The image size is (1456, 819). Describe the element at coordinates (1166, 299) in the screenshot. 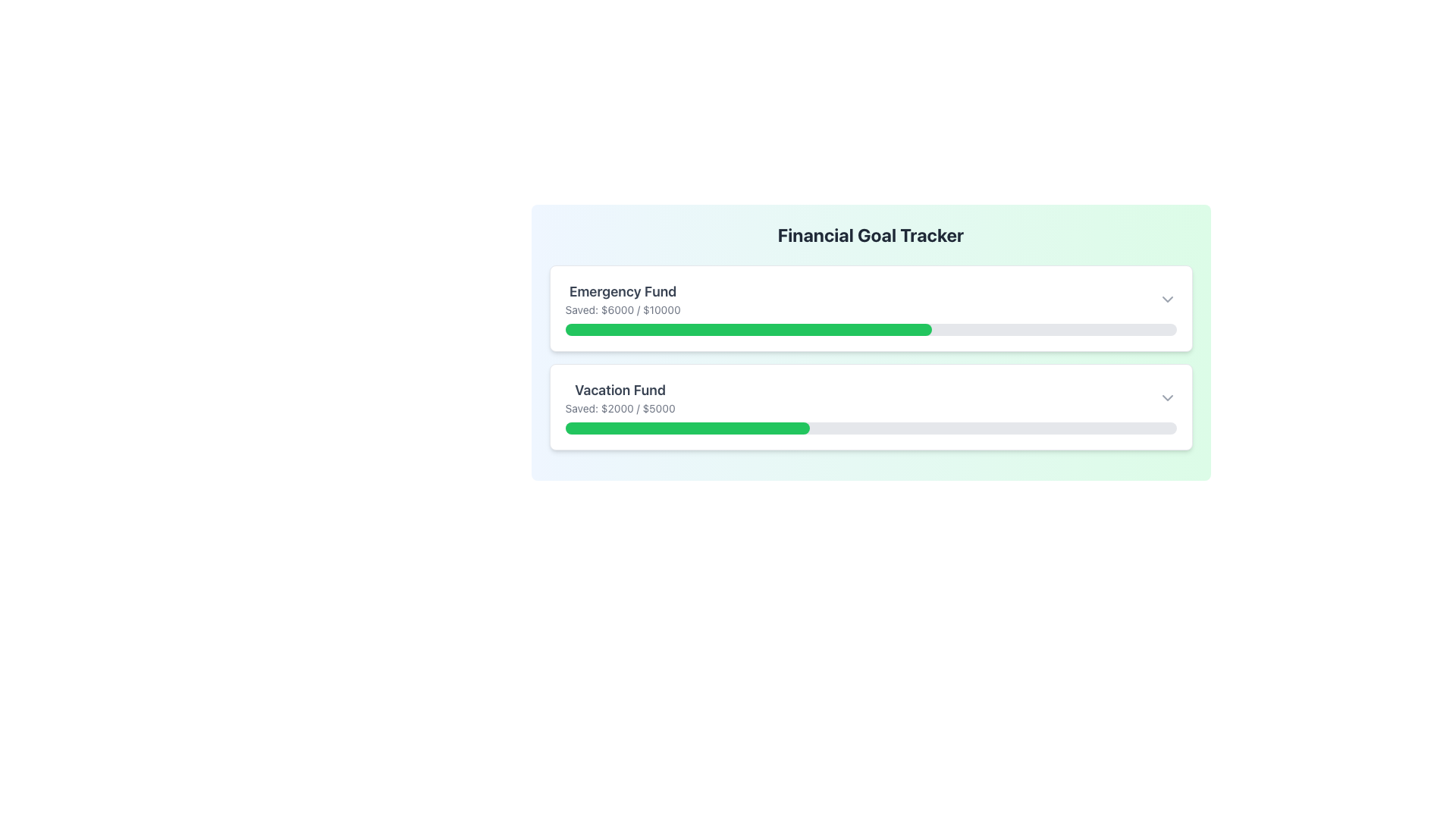

I see `the dropdown toggle button or expandable icon located in the 'Emergency Fund' section to change its color` at that location.